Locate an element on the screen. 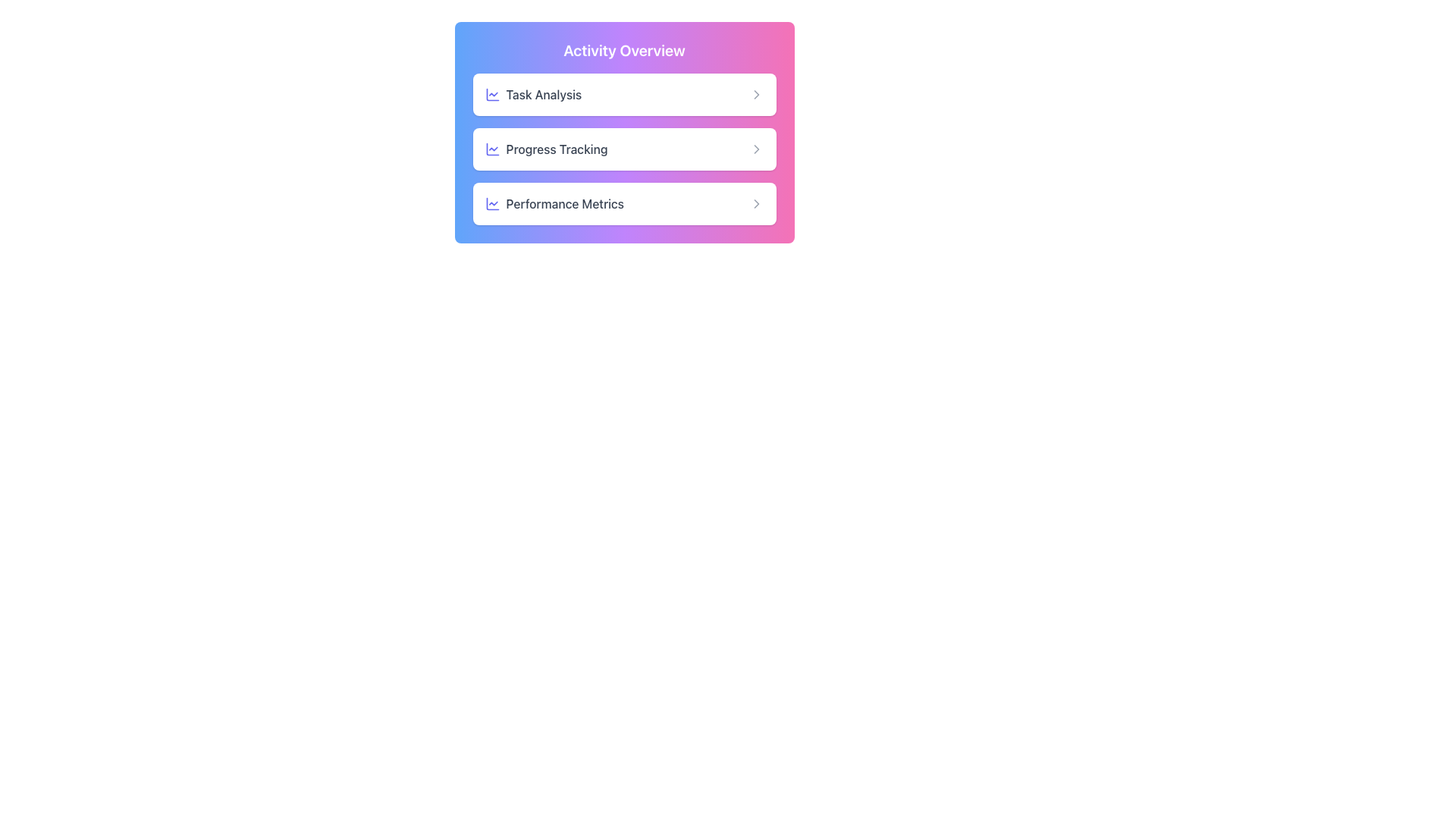 Image resolution: width=1456 pixels, height=819 pixels. the 'Task Analysis' text label with a left-side icon, which displays the text in medium-weight gray font and is accompanied by an indigo line chart icon, located in the top section of the 'Activity Overview' card is located at coordinates (533, 94).